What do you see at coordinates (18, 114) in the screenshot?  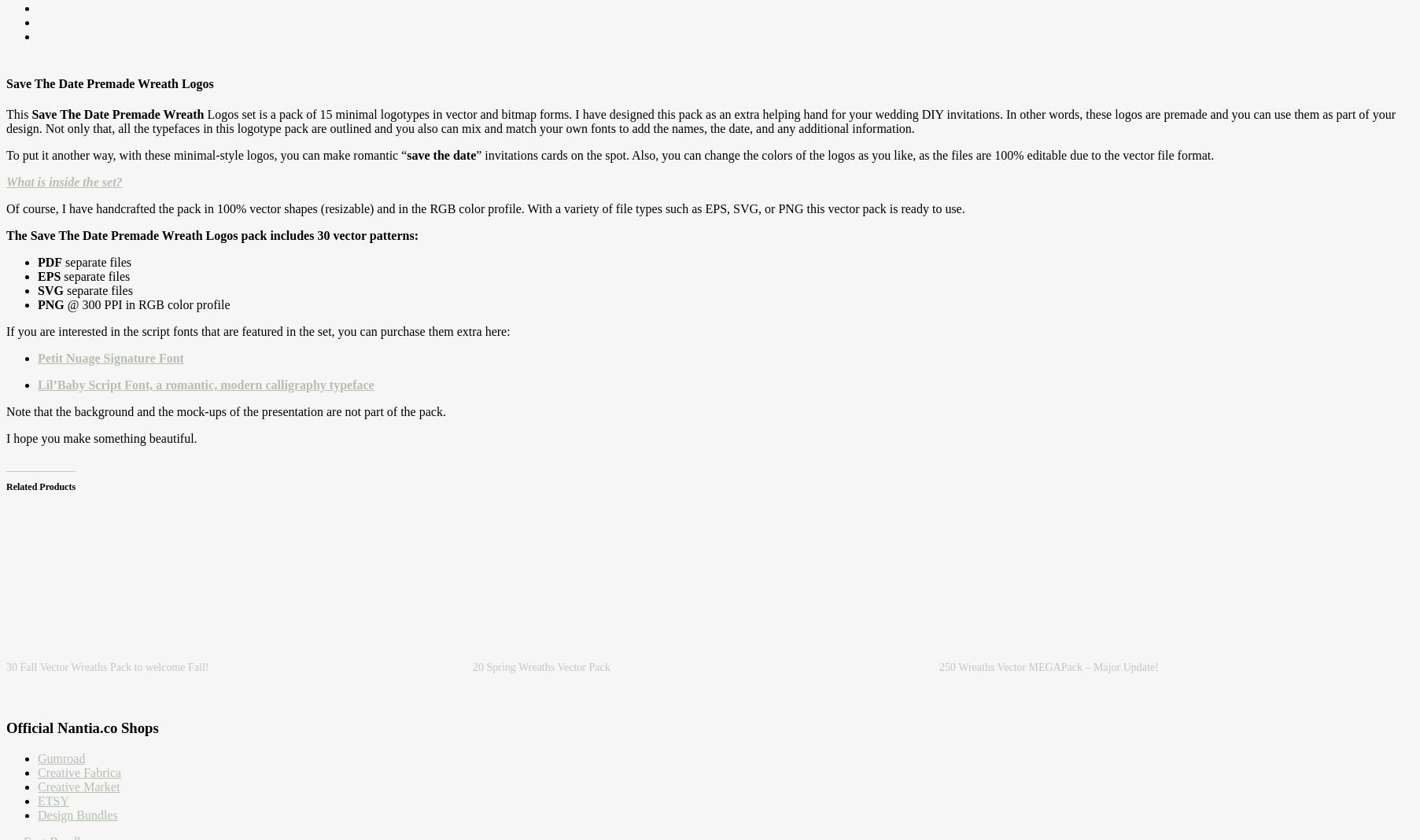 I see `'This'` at bounding box center [18, 114].